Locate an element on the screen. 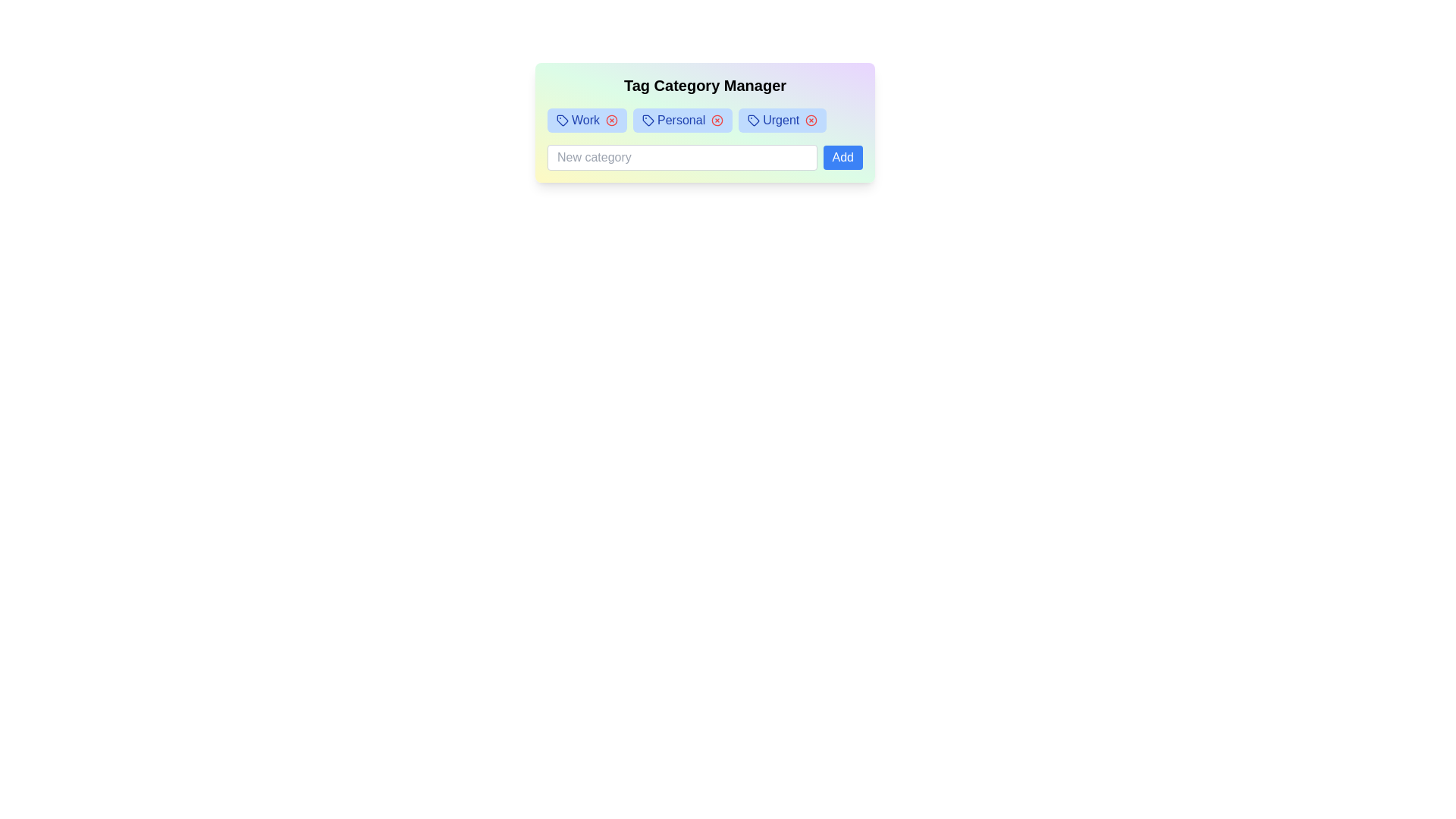  the second interactive icon button in the 'Work' tag group is located at coordinates (611, 119).